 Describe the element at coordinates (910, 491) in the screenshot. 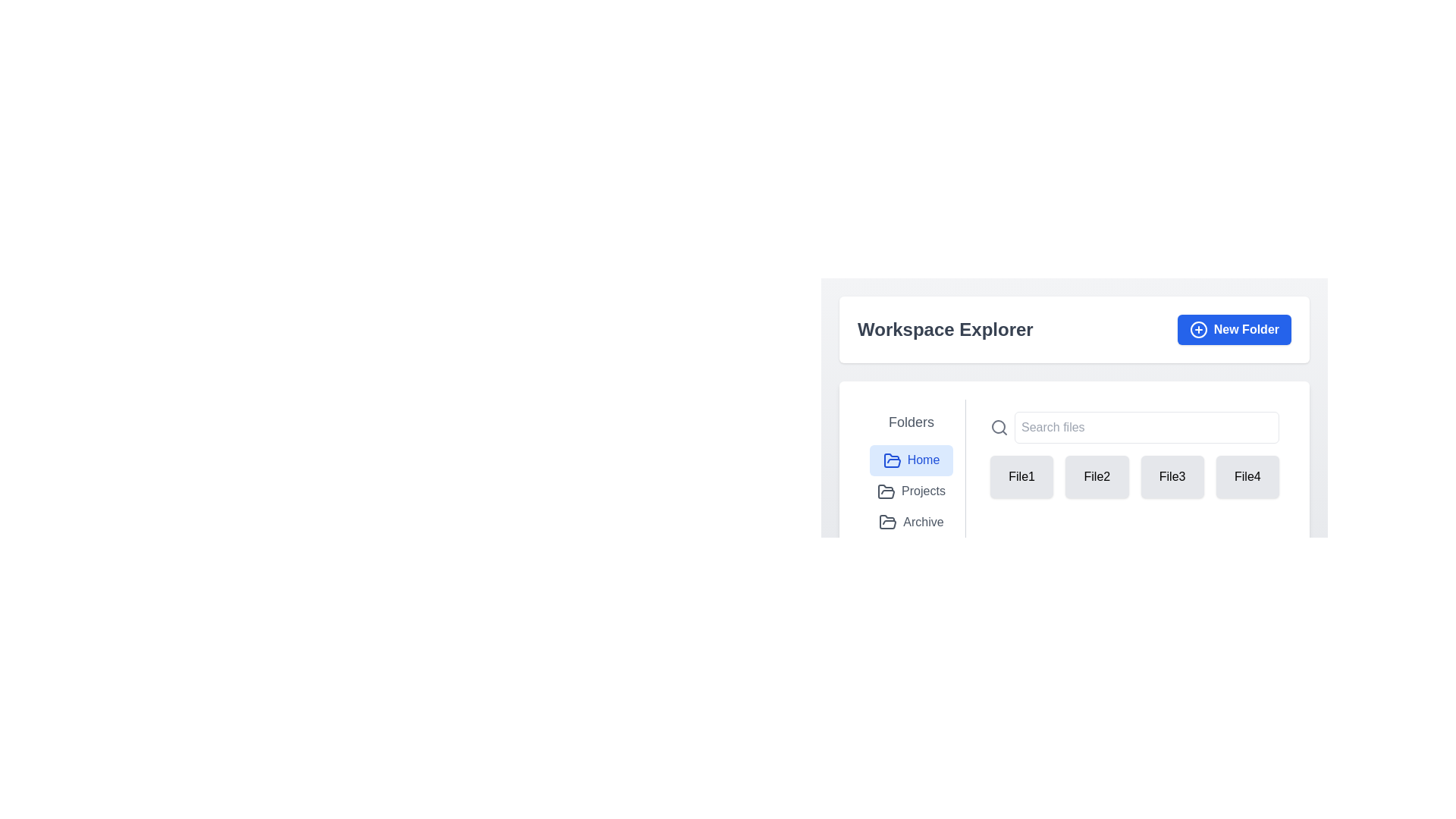

I see `the 'Projects' folder navigation entry` at that location.